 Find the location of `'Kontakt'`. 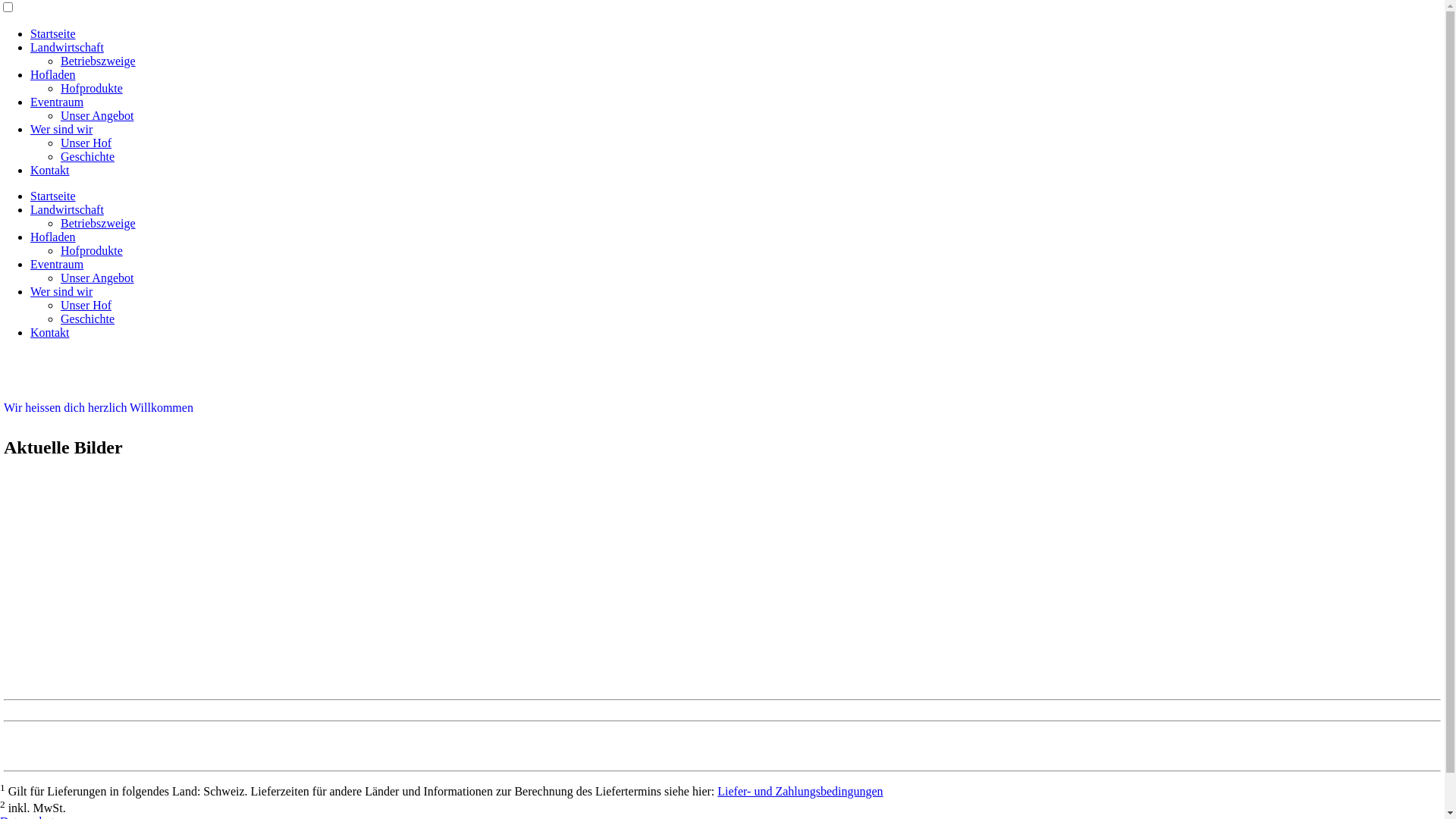

'Kontakt' is located at coordinates (50, 331).